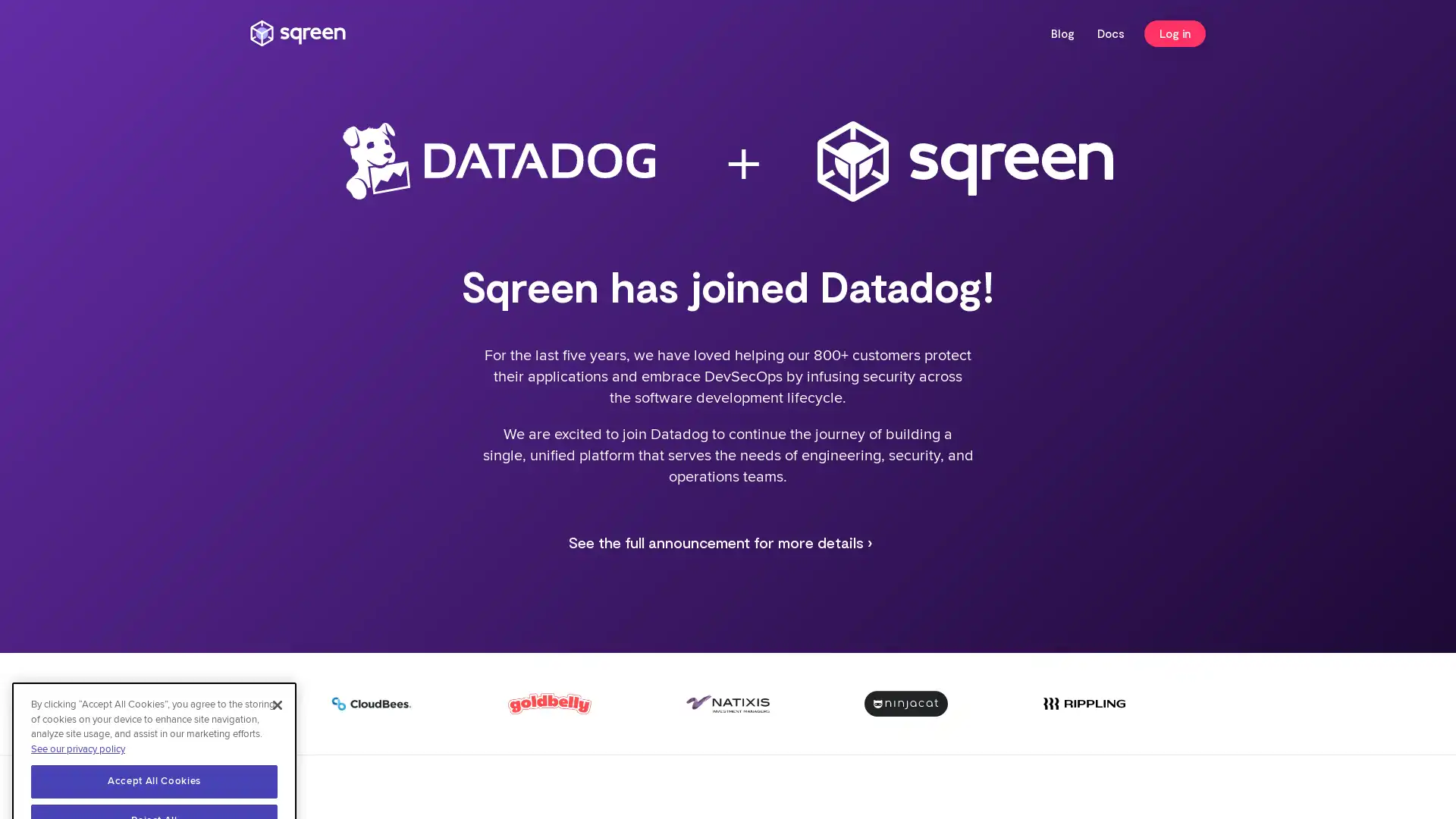  What do you see at coordinates (154, 721) in the screenshot?
I see `Accept All Cookies` at bounding box center [154, 721].